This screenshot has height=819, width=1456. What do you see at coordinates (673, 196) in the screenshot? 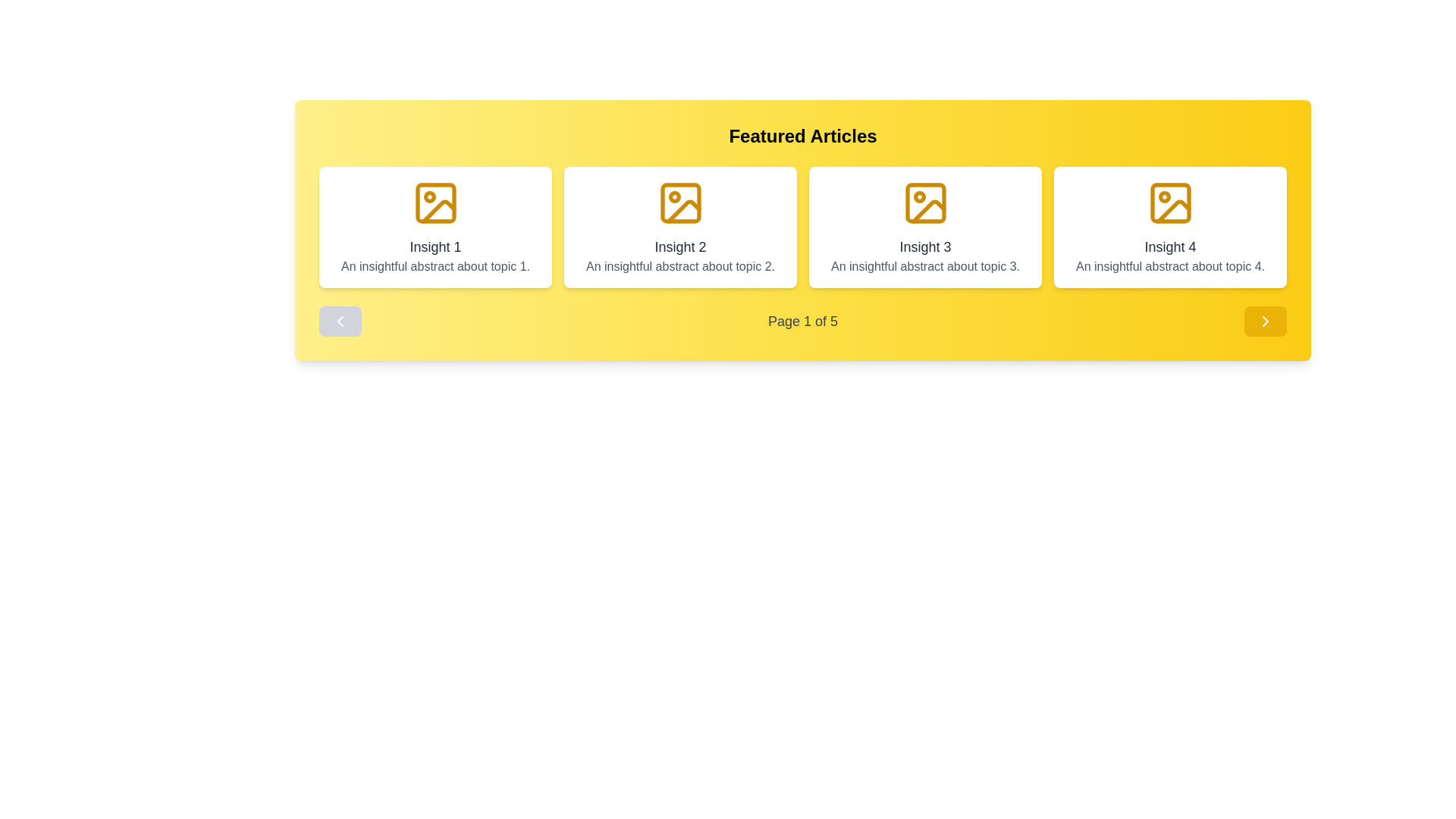
I see `the small circular dot that is part of the second icon in the horizontal list of four icons within the yellow-highlighted area labeled 'Featured Articles'` at bounding box center [673, 196].